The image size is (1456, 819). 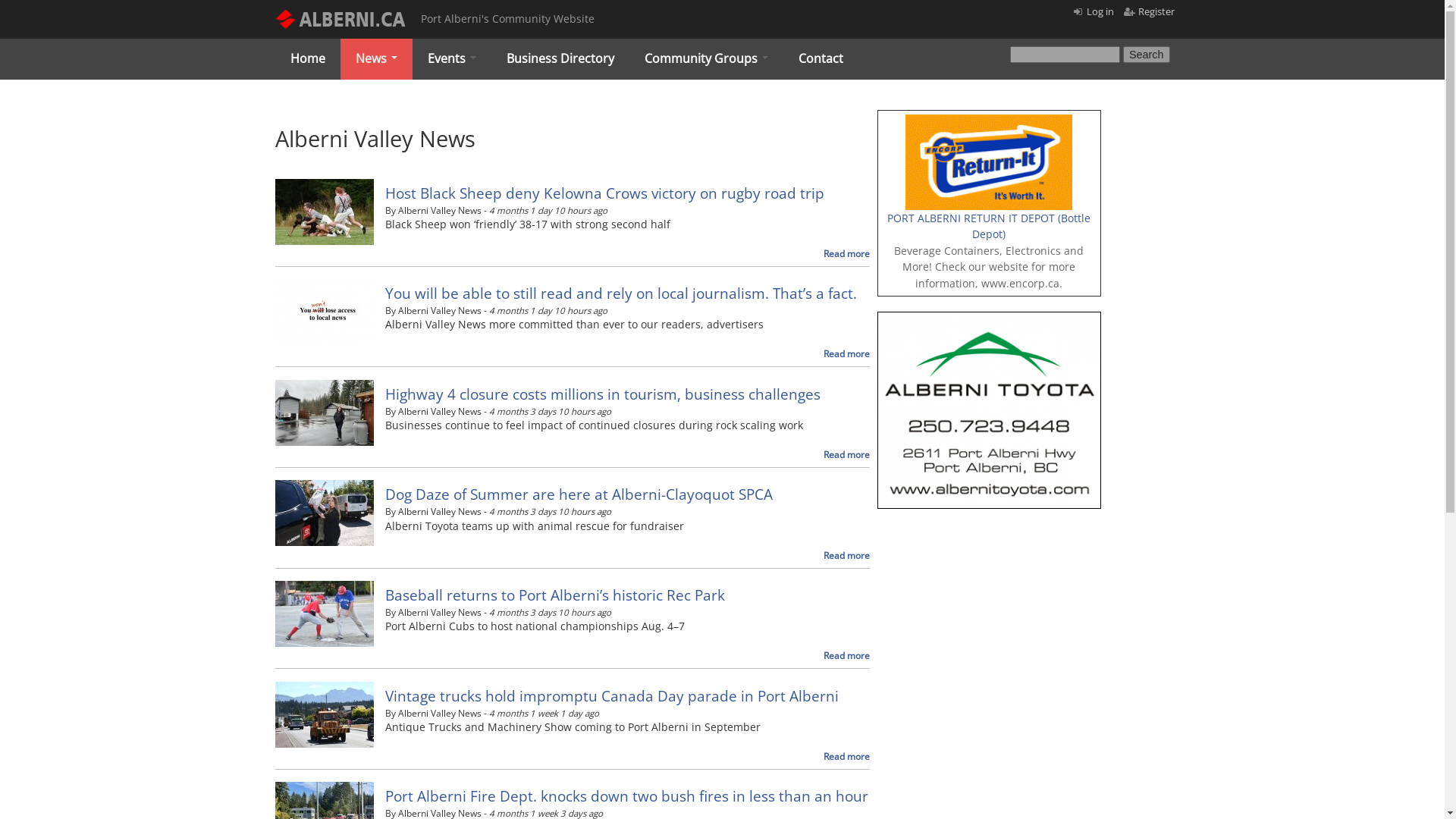 I want to click on 'Register', so click(x=1138, y=11).